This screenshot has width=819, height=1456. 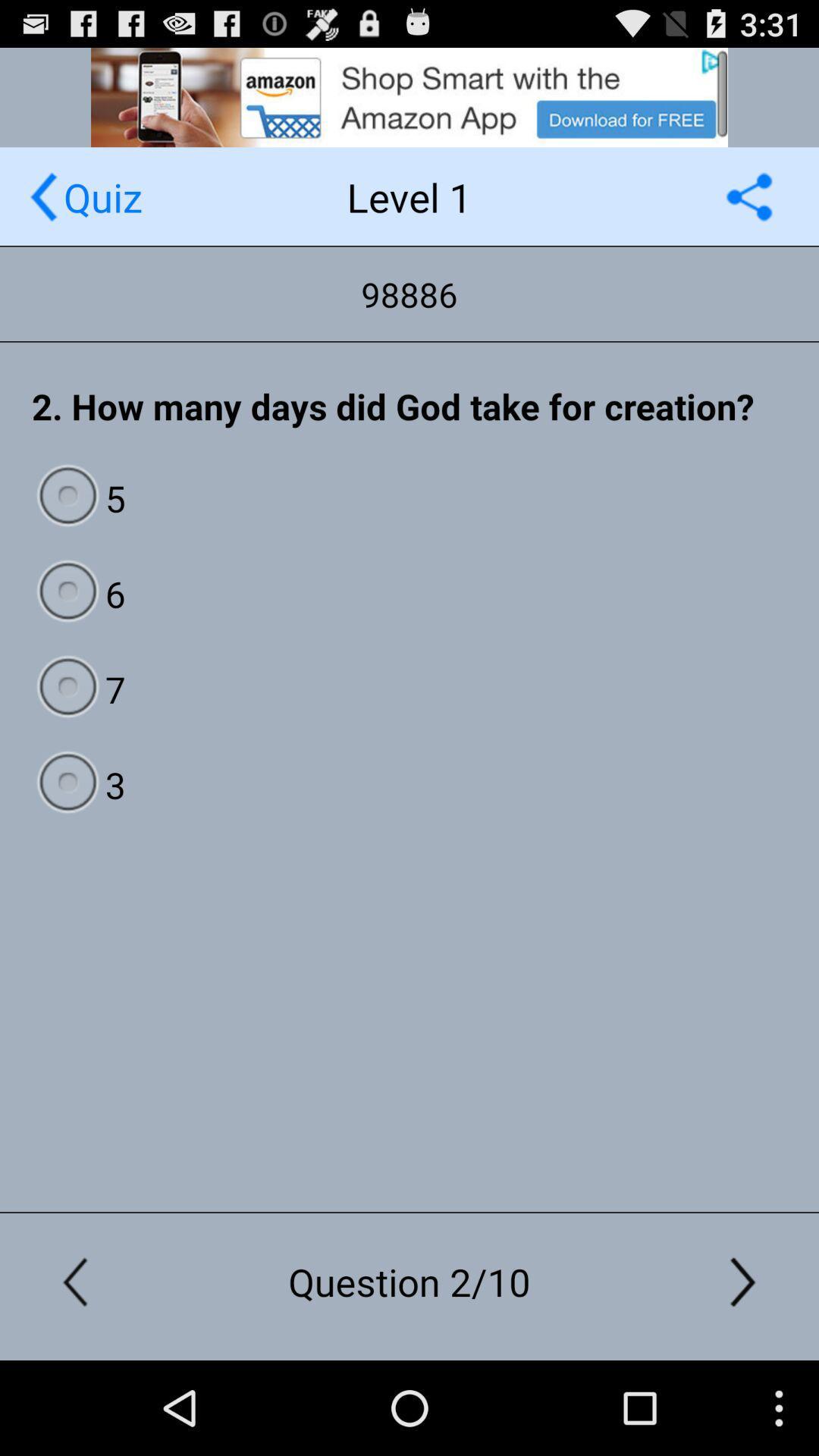 What do you see at coordinates (409, 96) in the screenshot?
I see `website advertisement` at bounding box center [409, 96].